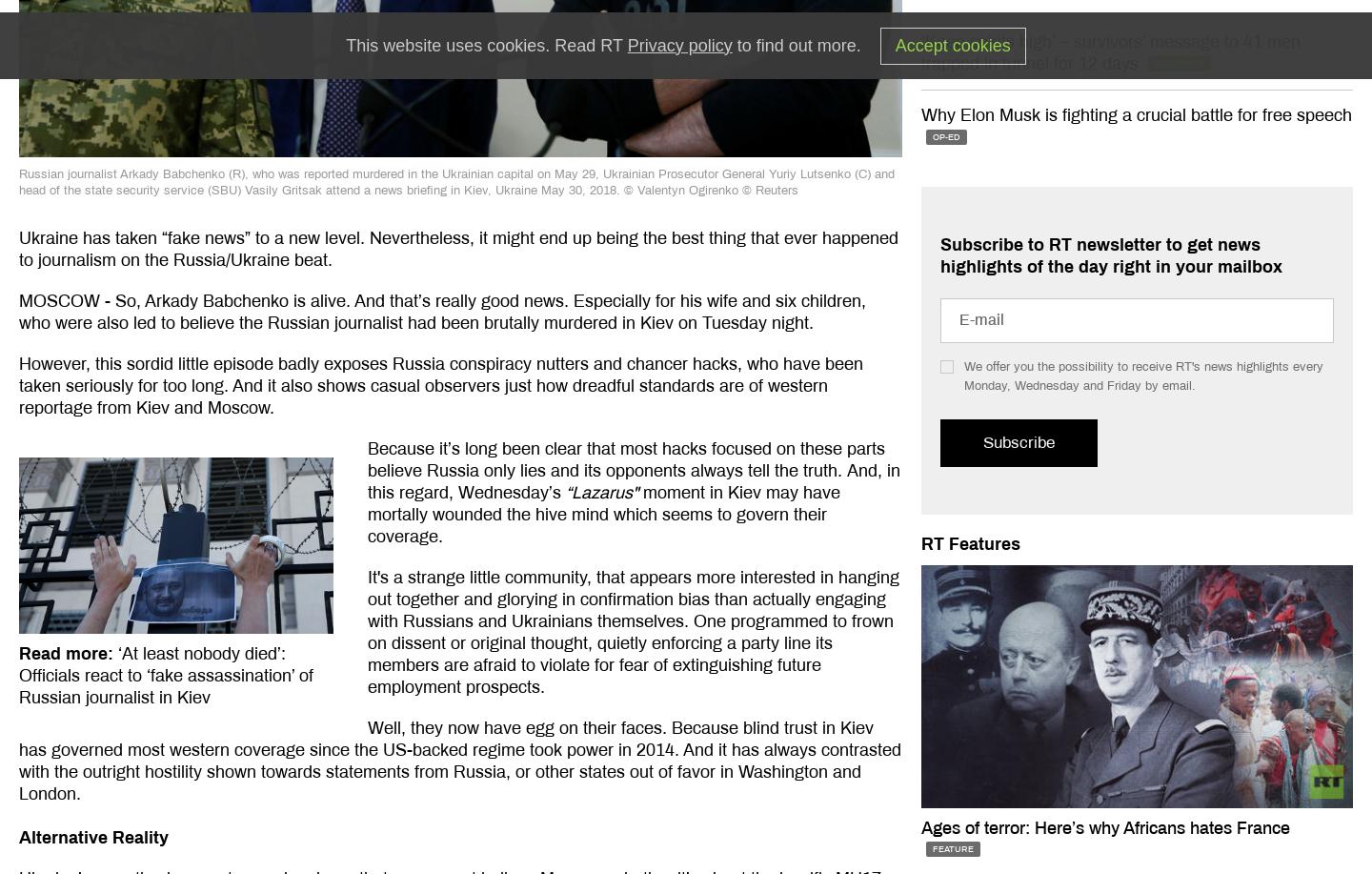 This screenshot has height=874, width=1372. What do you see at coordinates (730, 45) in the screenshot?
I see `'to find out more.'` at bounding box center [730, 45].